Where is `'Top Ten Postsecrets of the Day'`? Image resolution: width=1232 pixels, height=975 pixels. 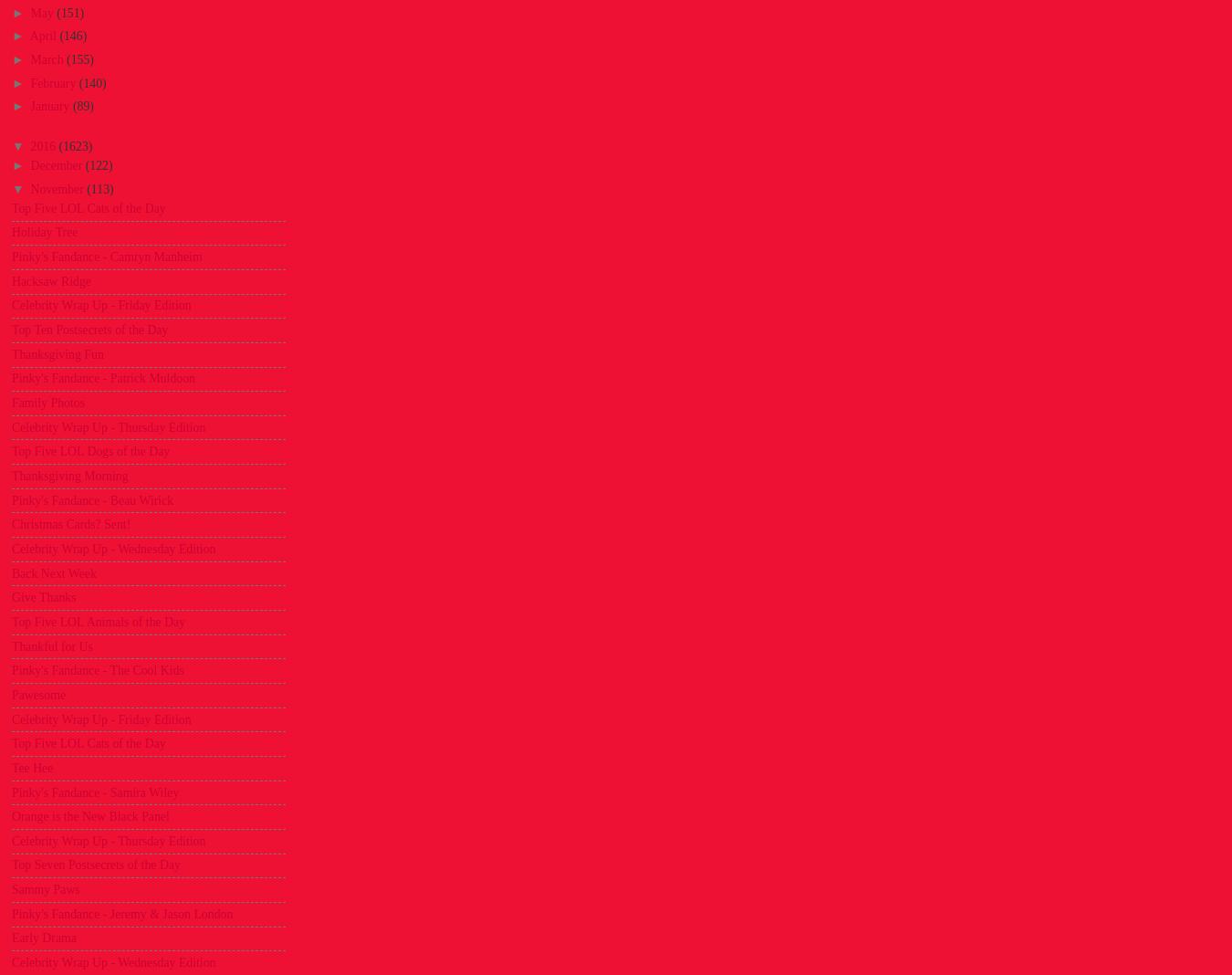 'Top Ten Postsecrets of the Day' is located at coordinates (89, 329).